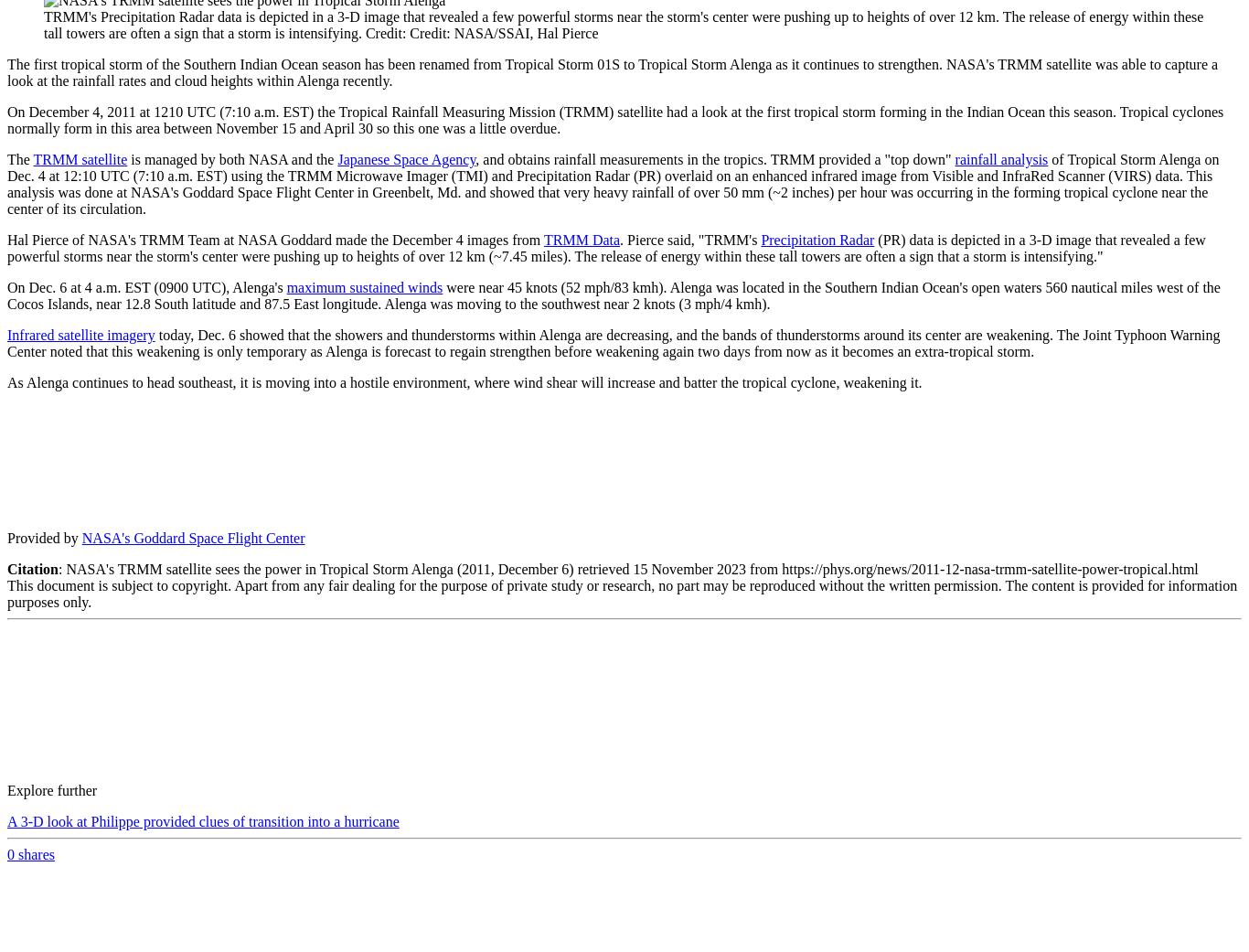  What do you see at coordinates (612, 184) in the screenshot?
I see `'of Tropical Storm Alenga on Dec. 4 at 12:10 UTC (7:10 a.m. EST) using the TRMM Microwave Imager (TMI) and Precipitation Radar (PR) overlaid on an enhanced infrared image from Visible and InfraRed Scanner (VIRS) data. This analysis was done at NASA's Goddard Space Flight Center in Greenbelt, Md. and showed that very heavy rainfall of over 50 mm (~2 inches) per hour was occurring in the forming tropical cyclone near the center of its circulation.'` at bounding box center [612, 184].